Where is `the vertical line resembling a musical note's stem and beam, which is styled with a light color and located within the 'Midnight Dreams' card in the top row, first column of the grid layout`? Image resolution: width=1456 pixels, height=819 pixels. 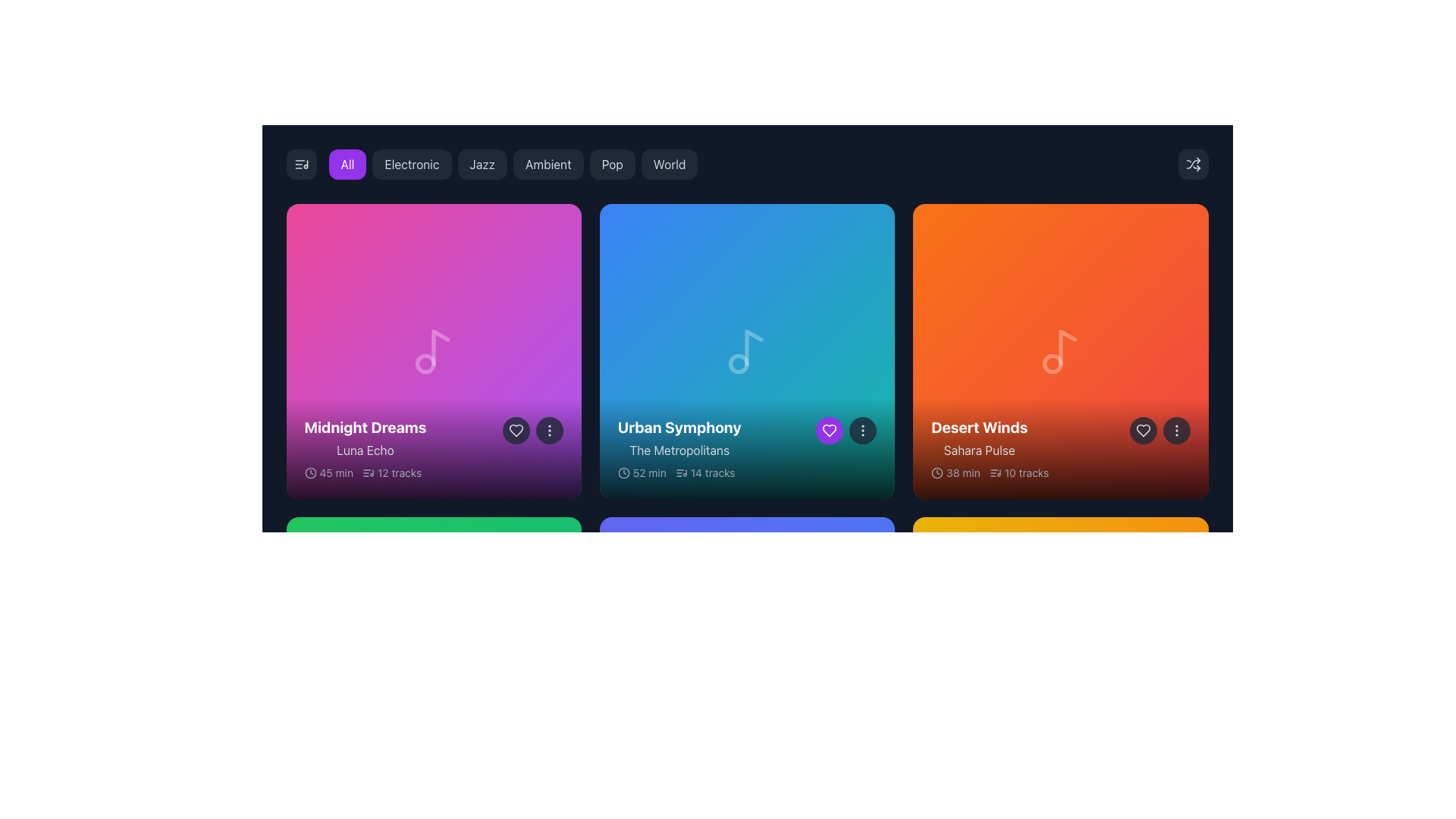 the vertical line resembling a musical note's stem and beam, which is styled with a light color and located within the 'Midnight Dreams' card in the top row, first column of the grid layout is located at coordinates (440, 347).